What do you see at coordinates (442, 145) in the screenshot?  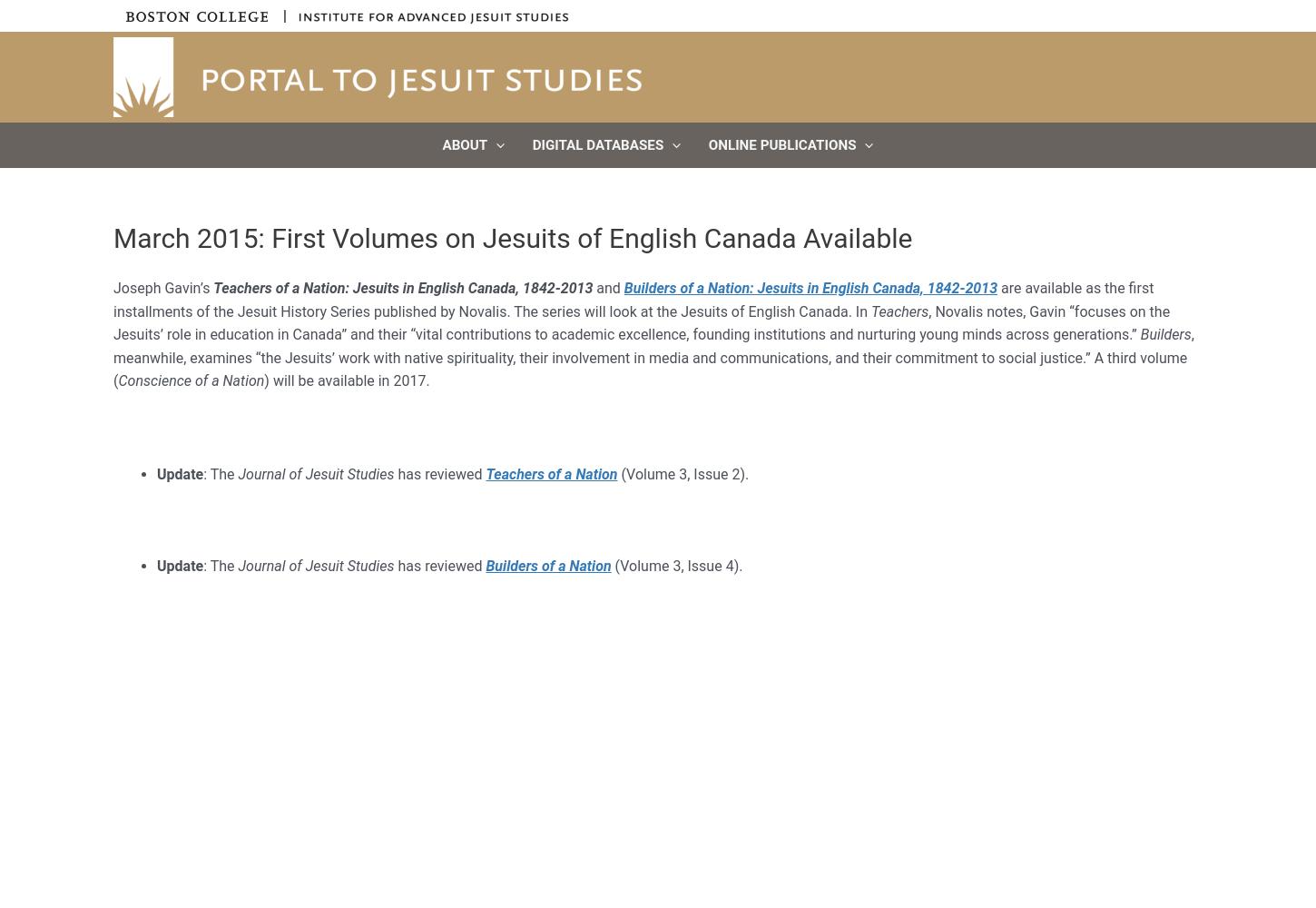 I see `'About'` at bounding box center [442, 145].